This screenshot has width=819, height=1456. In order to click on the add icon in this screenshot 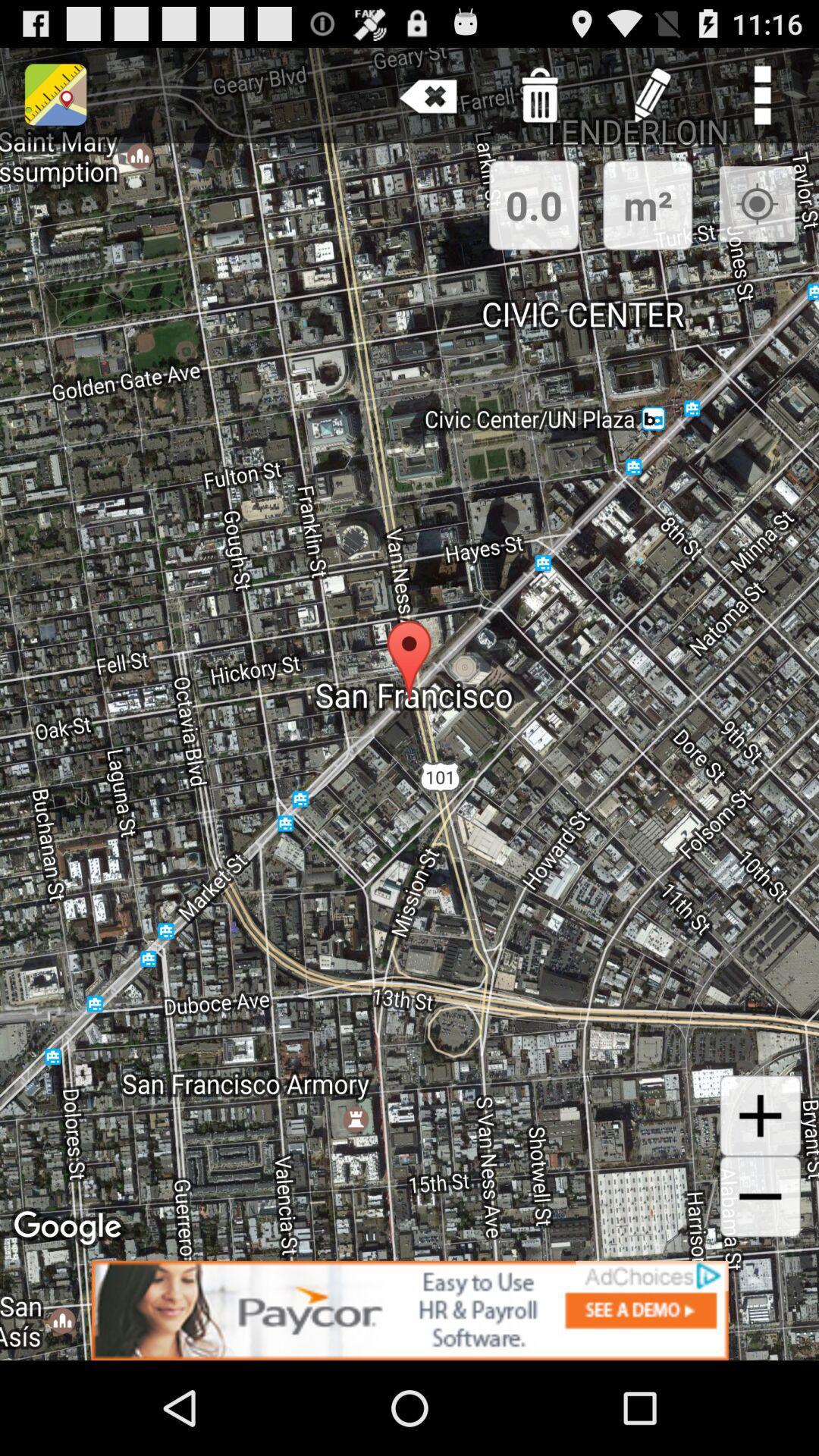, I will do `click(760, 1193)`.